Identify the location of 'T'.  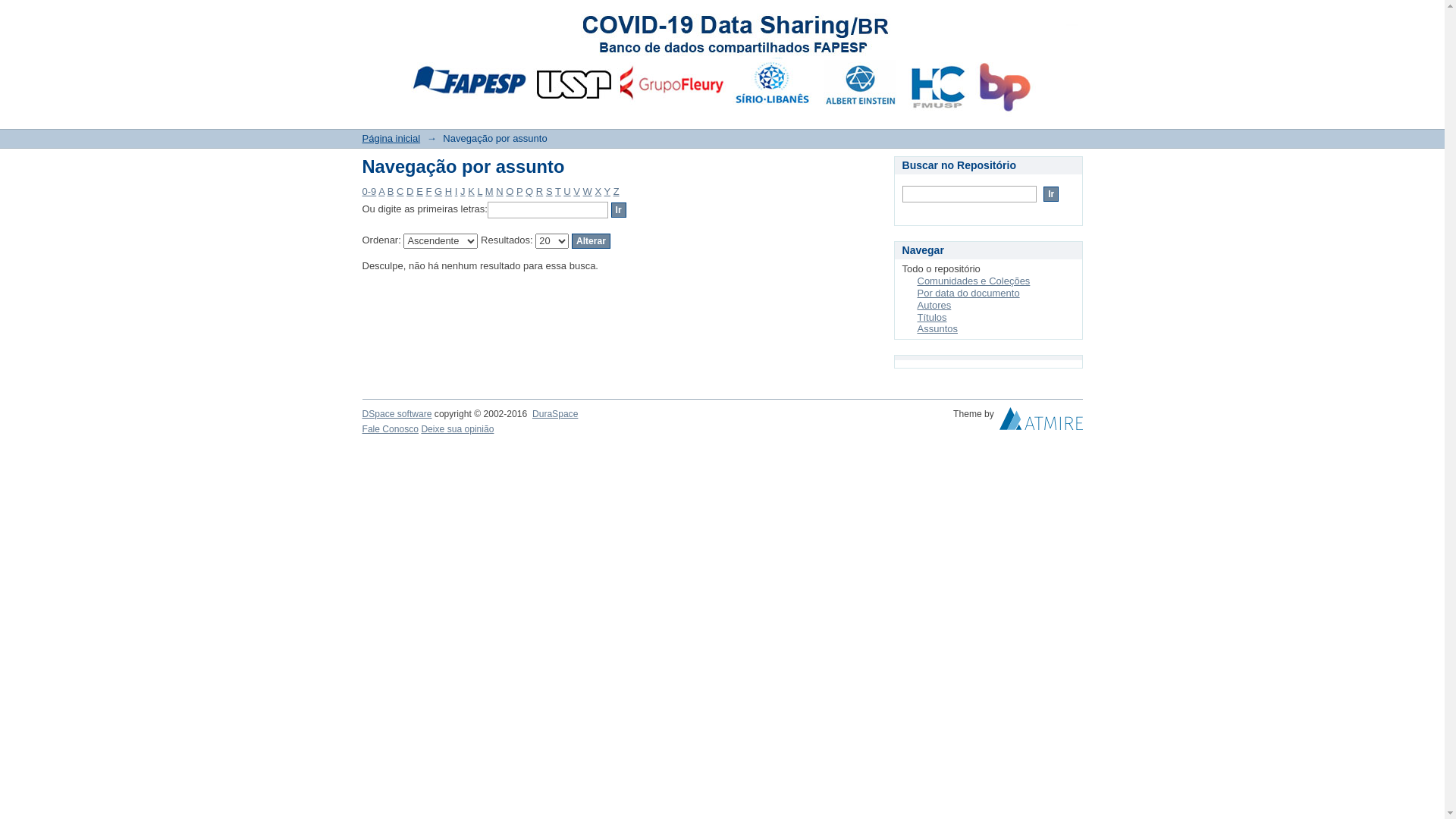
(557, 190).